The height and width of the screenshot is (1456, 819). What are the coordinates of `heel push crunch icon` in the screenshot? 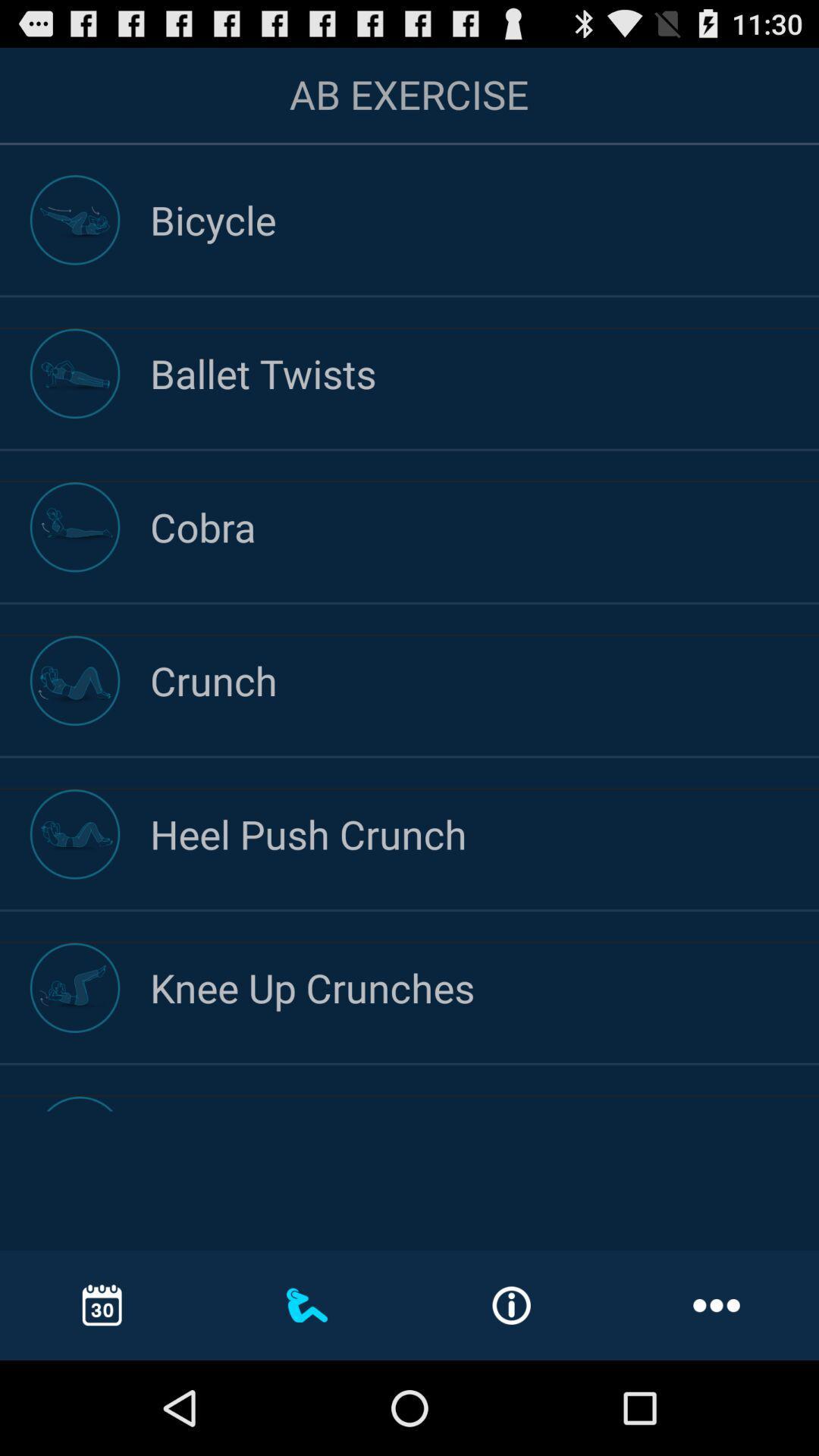 It's located at (485, 833).